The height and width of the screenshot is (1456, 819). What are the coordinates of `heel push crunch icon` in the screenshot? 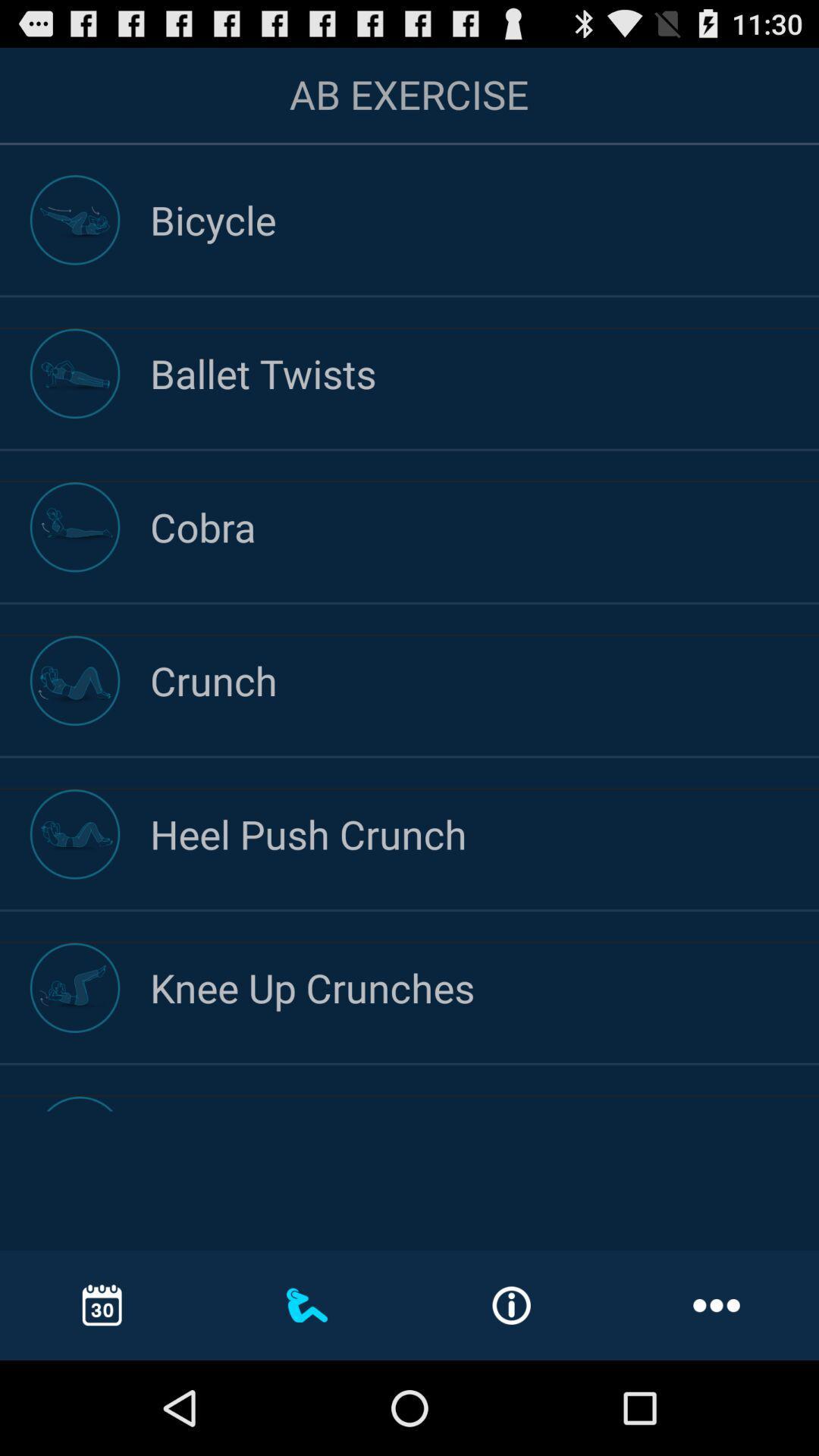 It's located at (485, 833).